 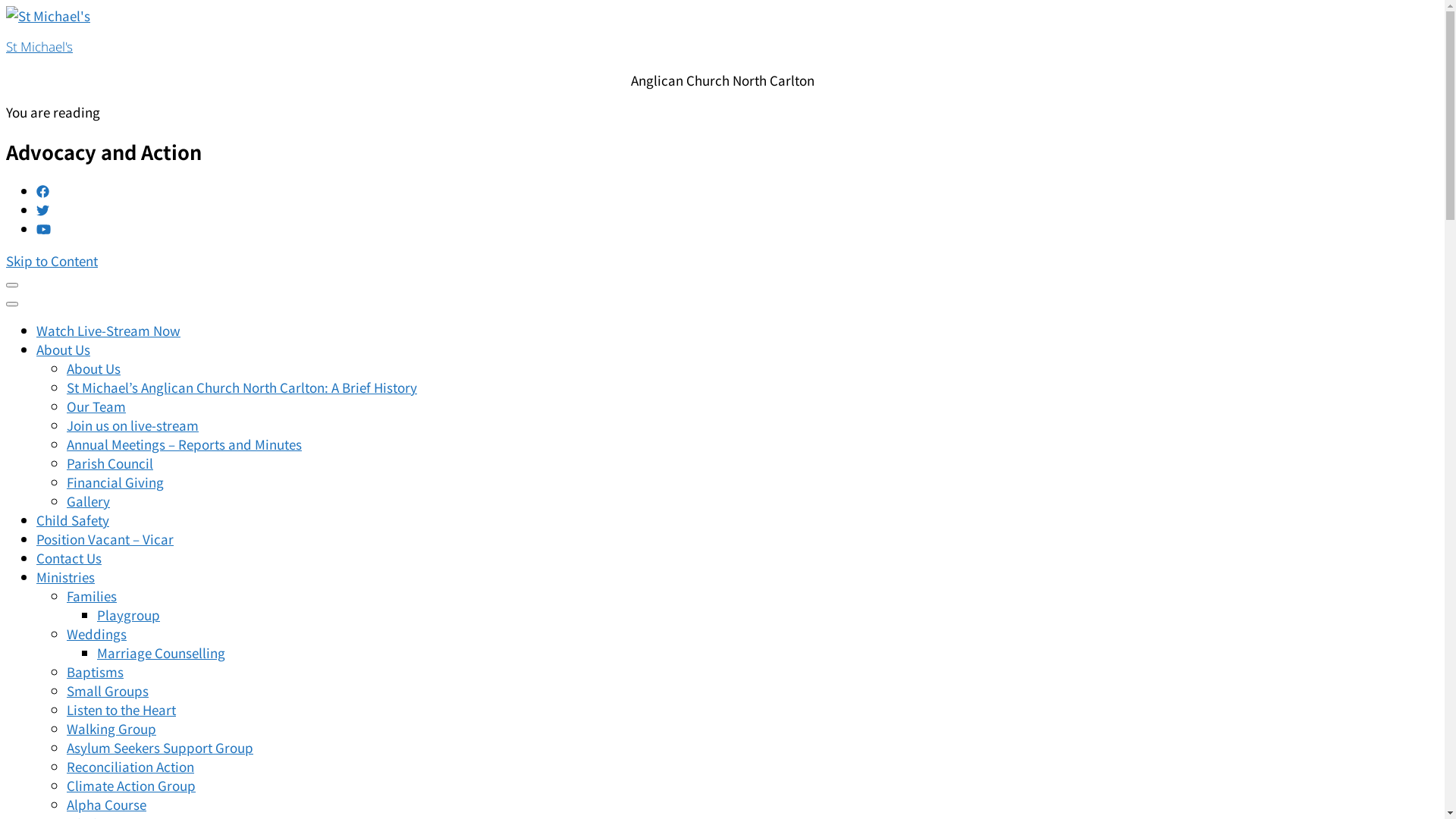 I want to click on 'Watch Live-Stream Now', so click(x=108, y=329).